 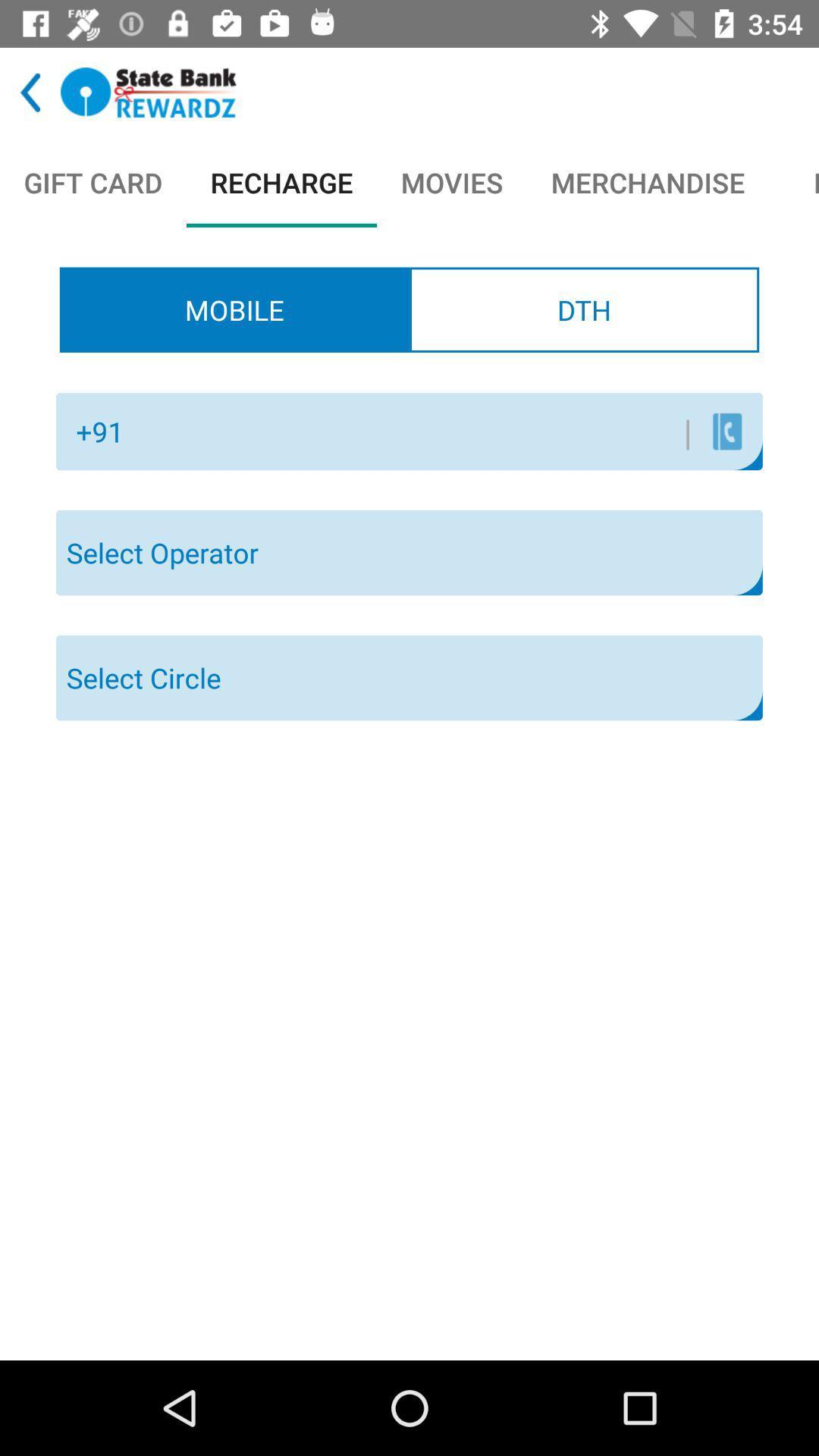 What do you see at coordinates (583, 309) in the screenshot?
I see `dth item` at bounding box center [583, 309].